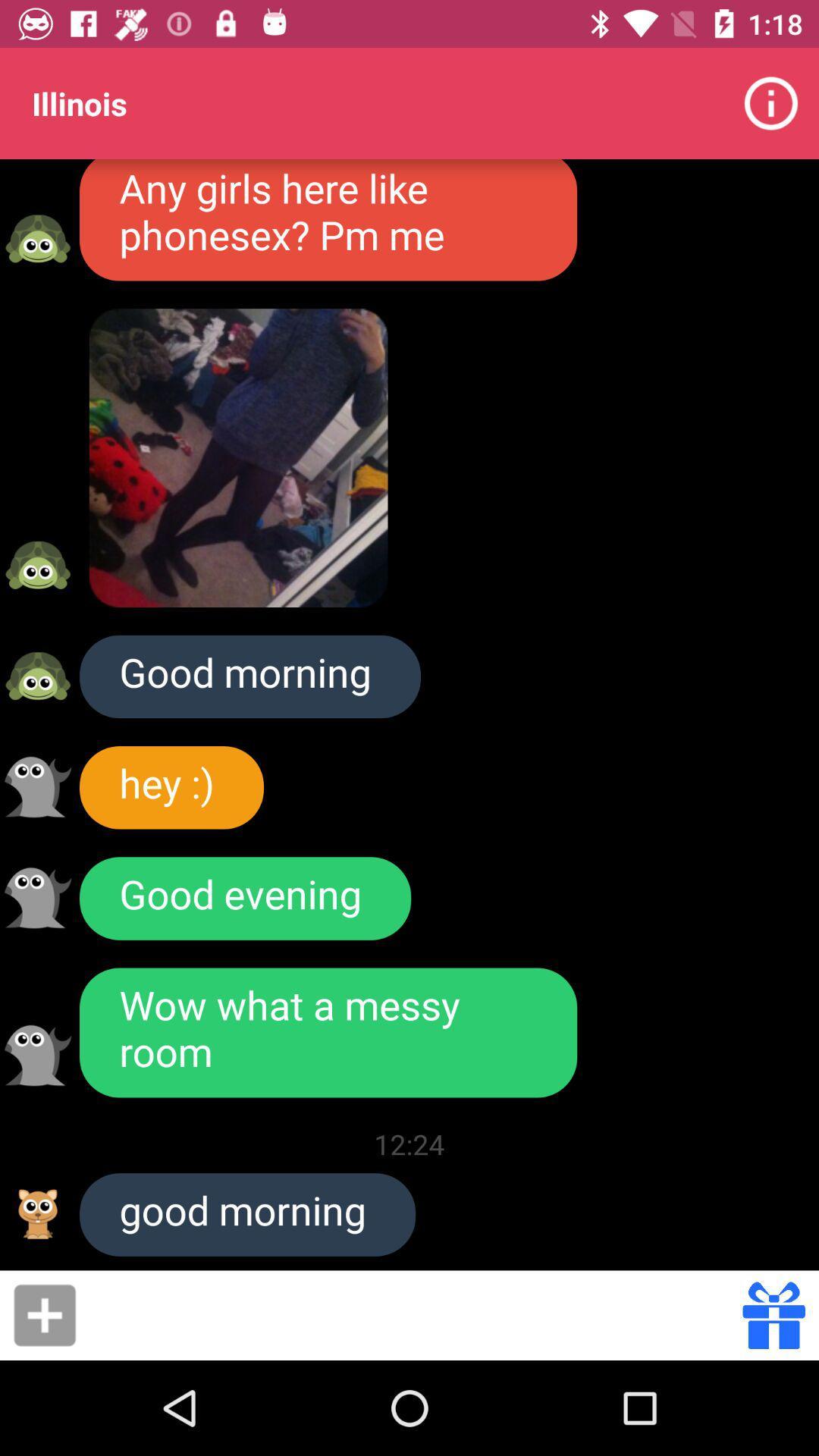 The image size is (819, 1456). Describe the element at coordinates (414, 1314) in the screenshot. I see `message` at that location.